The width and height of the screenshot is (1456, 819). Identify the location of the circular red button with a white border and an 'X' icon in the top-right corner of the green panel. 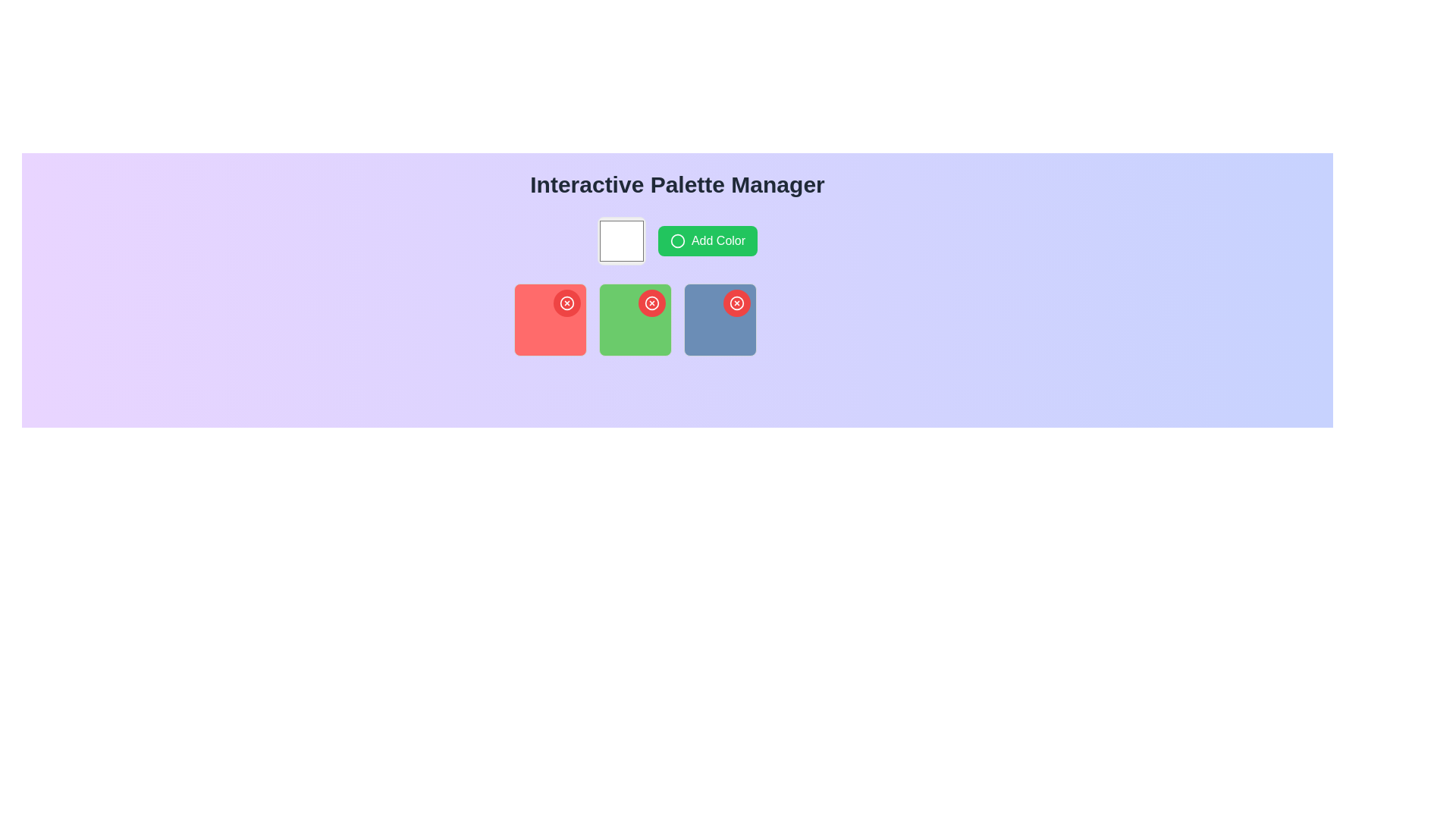
(651, 303).